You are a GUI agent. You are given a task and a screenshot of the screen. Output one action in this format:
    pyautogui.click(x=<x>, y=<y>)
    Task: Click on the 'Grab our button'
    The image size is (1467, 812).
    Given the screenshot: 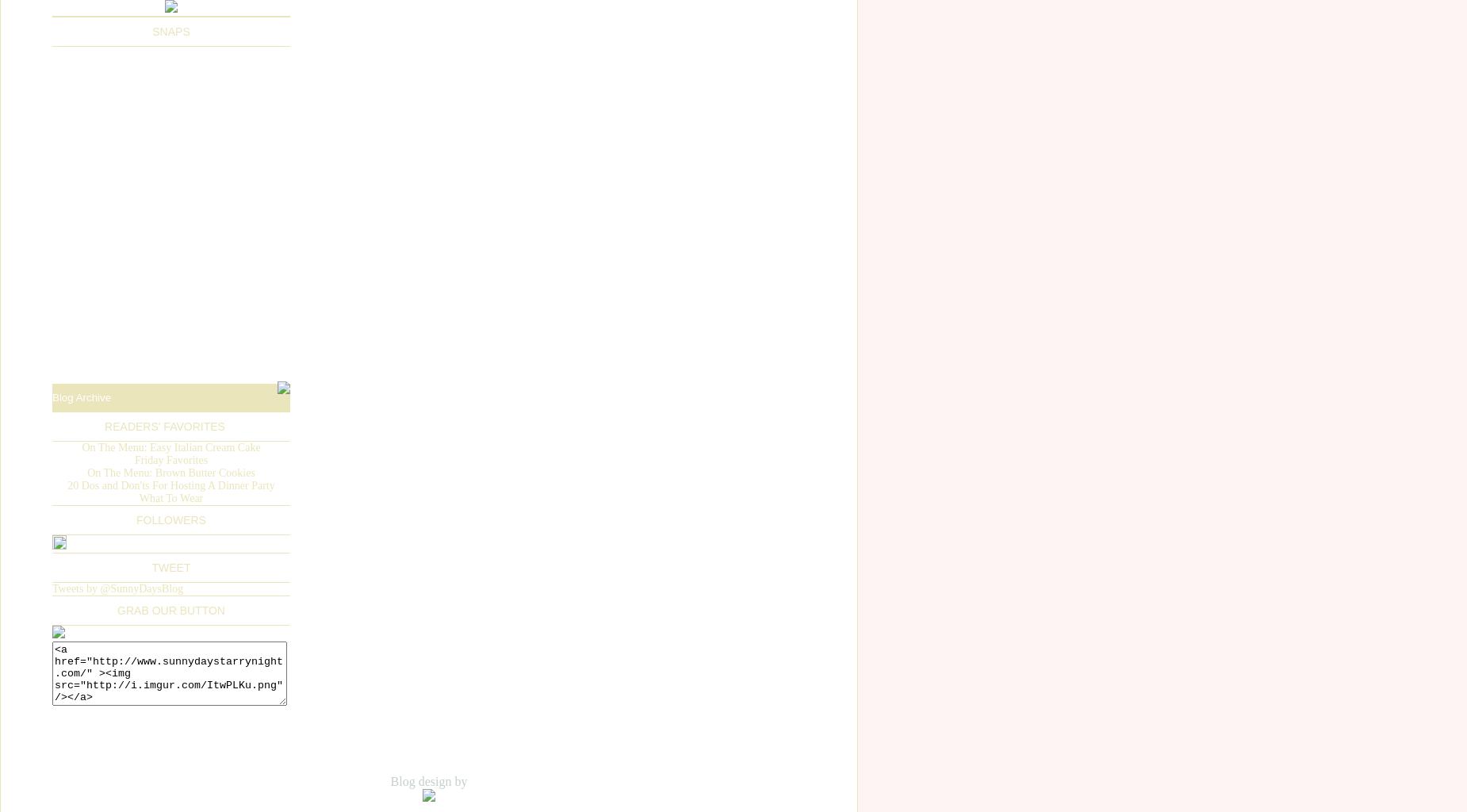 What is the action you would take?
    pyautogui.click(x=170, y=610)
    